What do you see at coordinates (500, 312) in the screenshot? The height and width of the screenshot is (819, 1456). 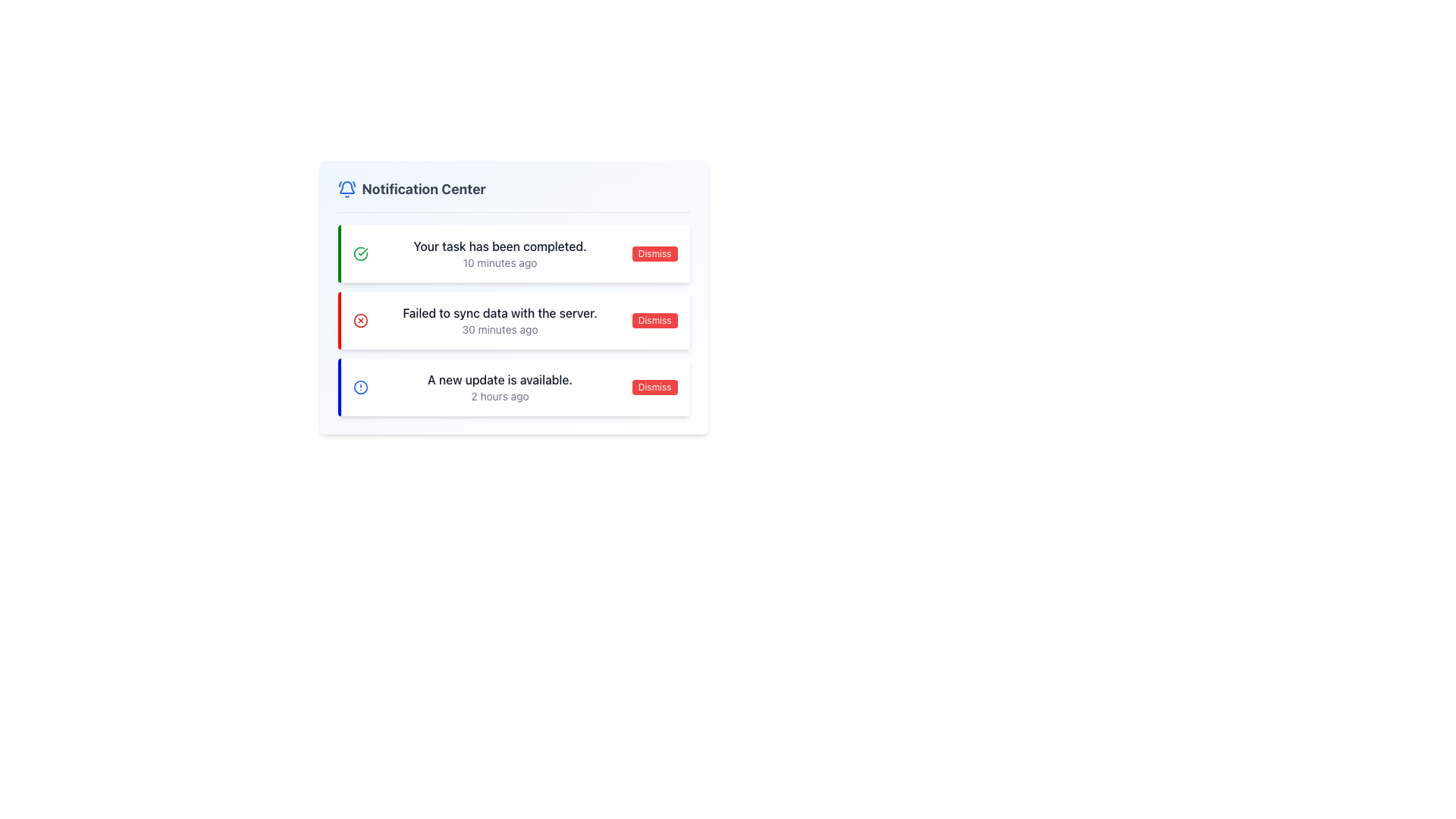 I see `message displayed in the text label that says 'Failed to sync data with the server.'` at bounding box center [500, 312].